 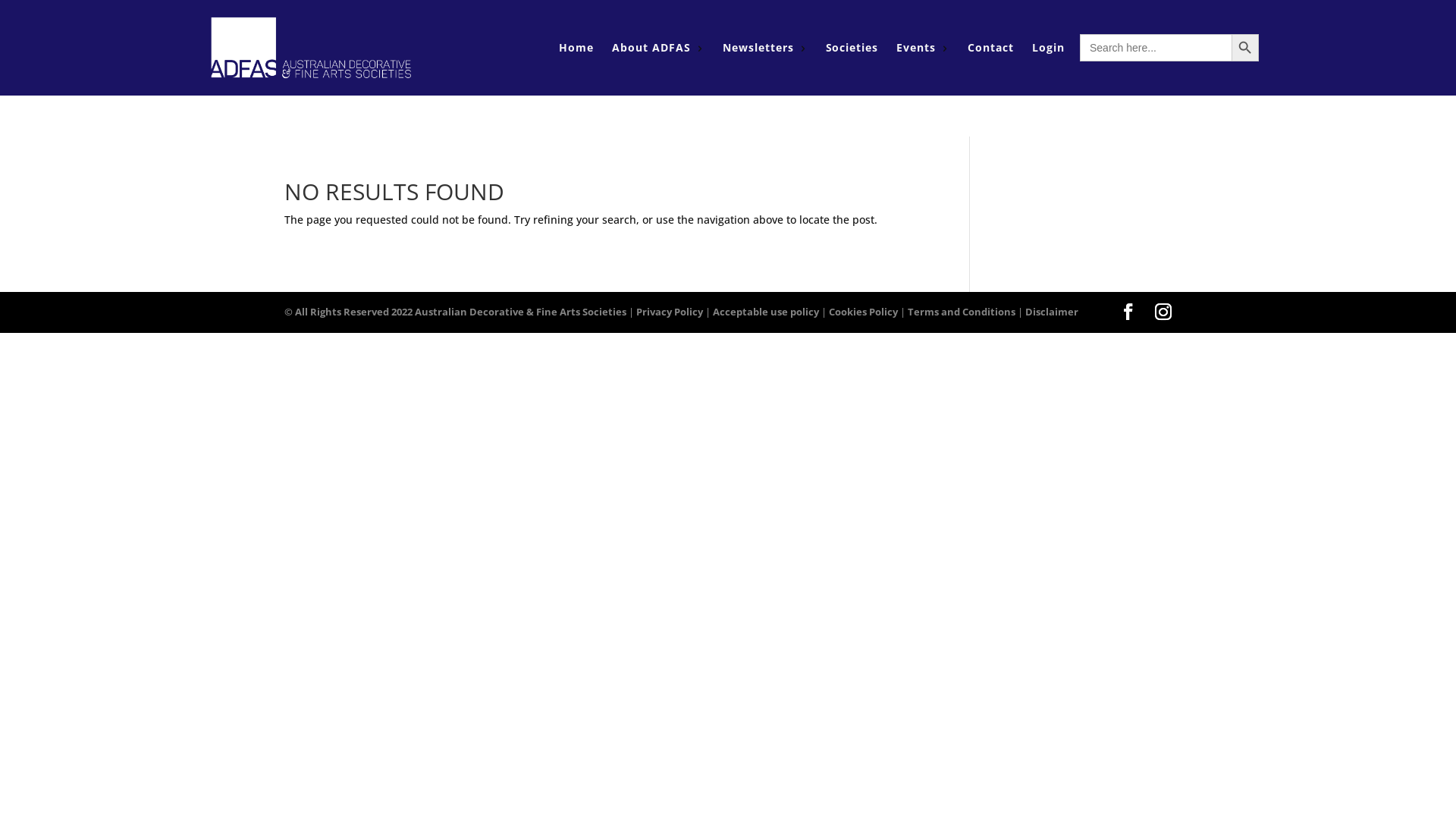 I want to click on 'Home', so click(x=558, y=46).